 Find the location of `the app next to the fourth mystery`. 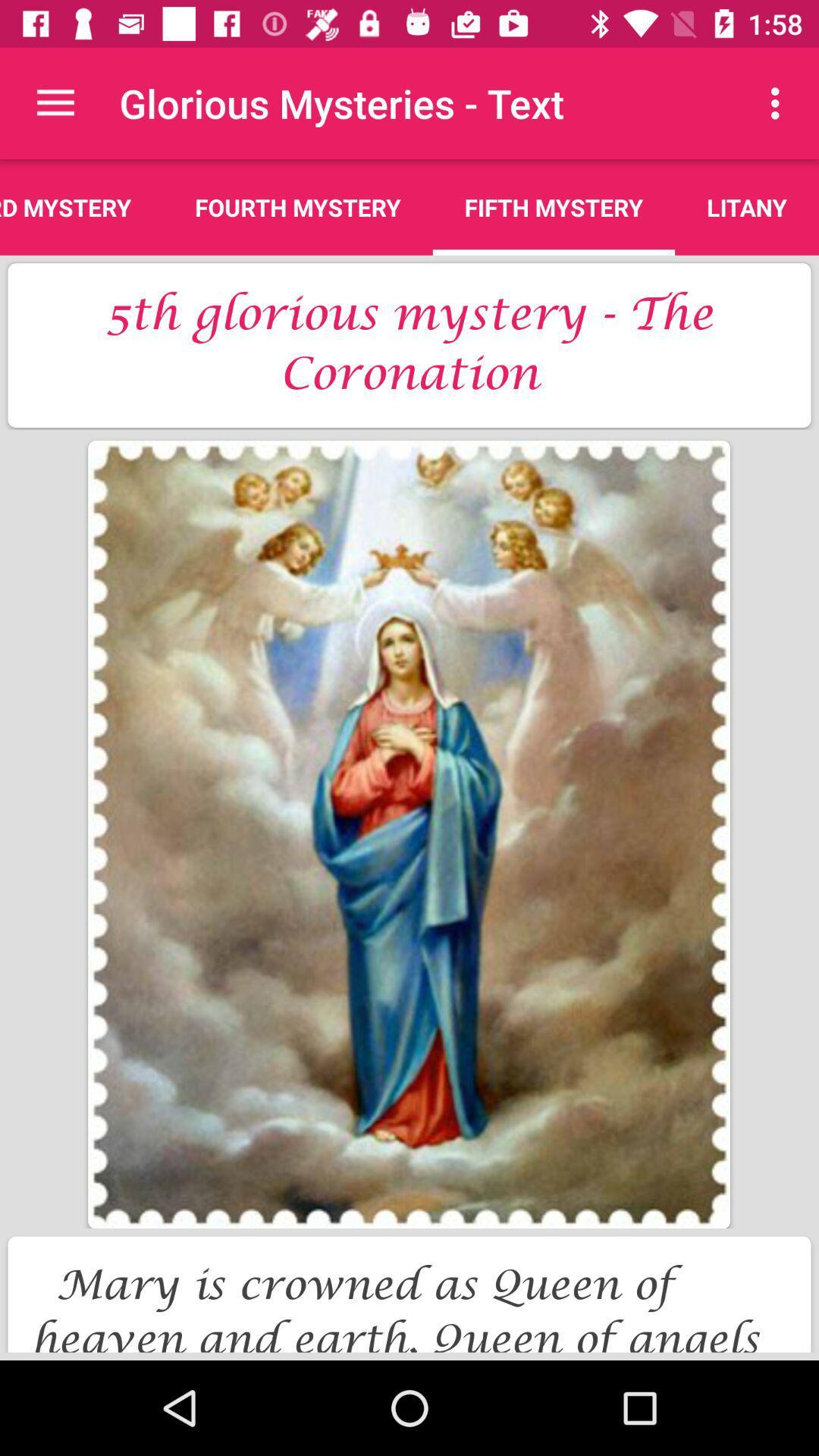

the app next to the fourth mystery is located at coordinates (554, 206).